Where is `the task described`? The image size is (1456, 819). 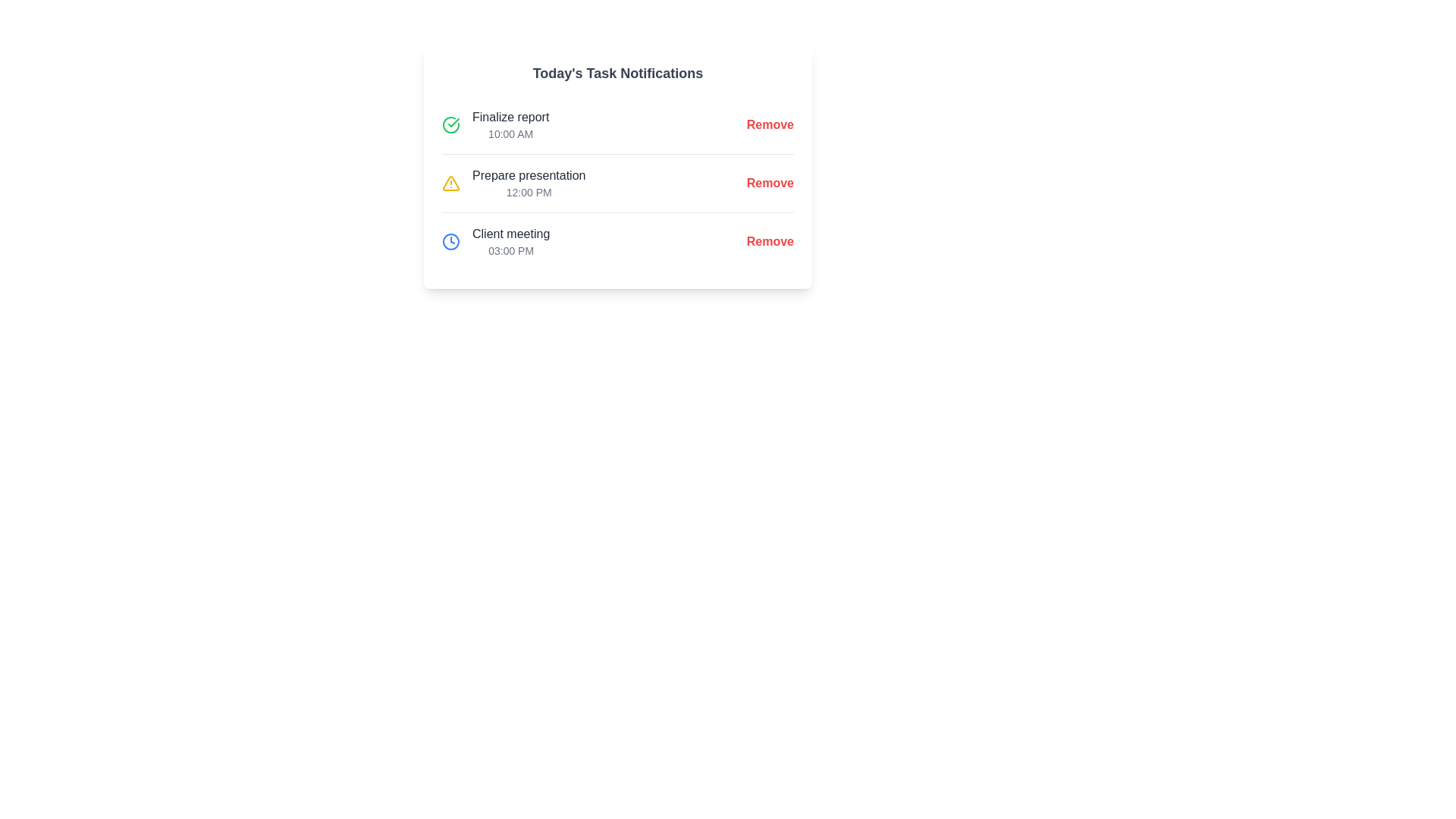
the task described is located at coordinates (510, 116).